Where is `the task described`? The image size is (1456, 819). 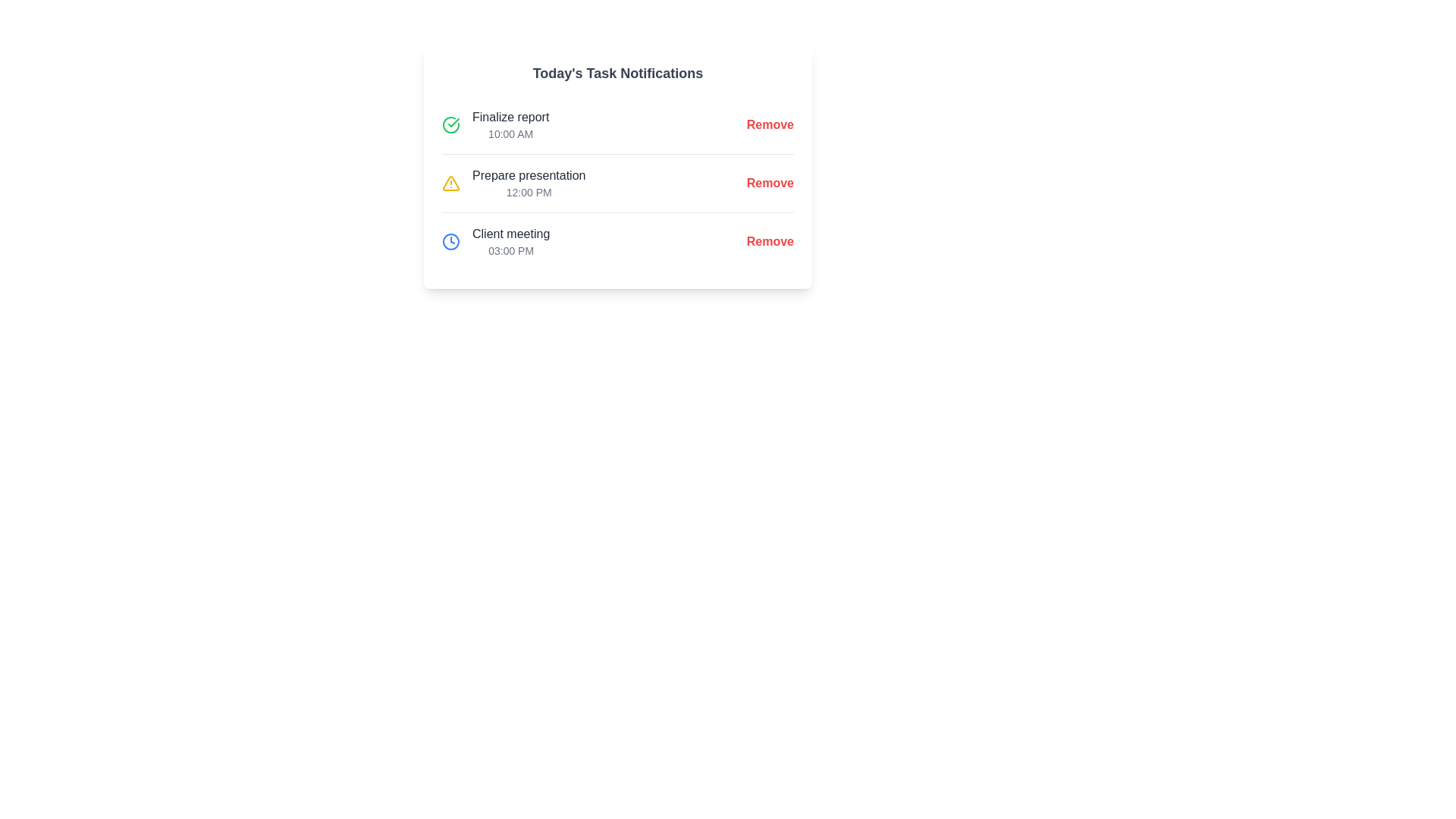
the task described is located at coordinates (510, 116).